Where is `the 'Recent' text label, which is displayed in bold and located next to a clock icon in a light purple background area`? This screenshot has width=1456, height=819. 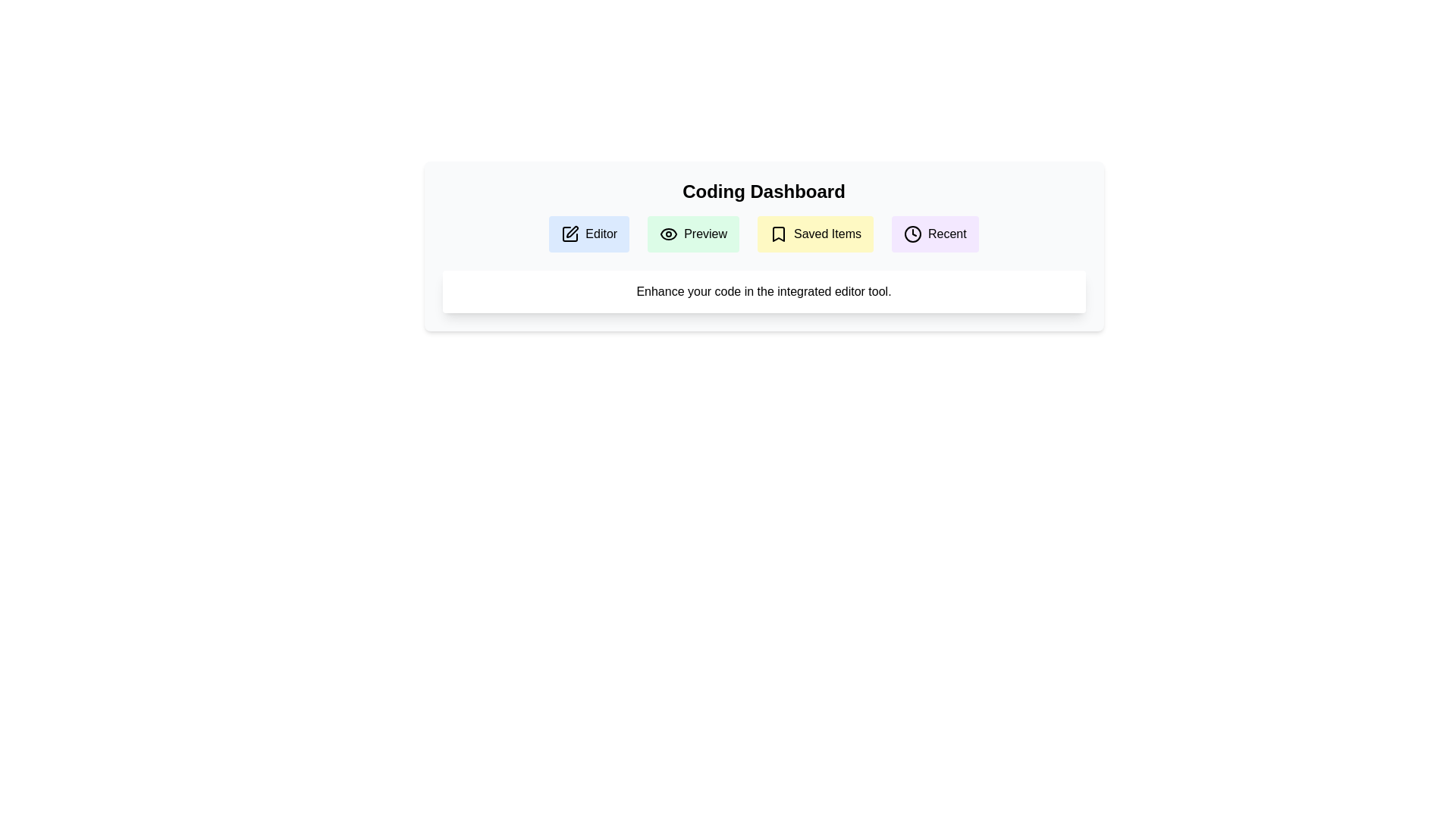 the 'Recent' text label, which is displayed in bold and located next to a clock icon in a light purple background area is located at coordinates (946, 234).